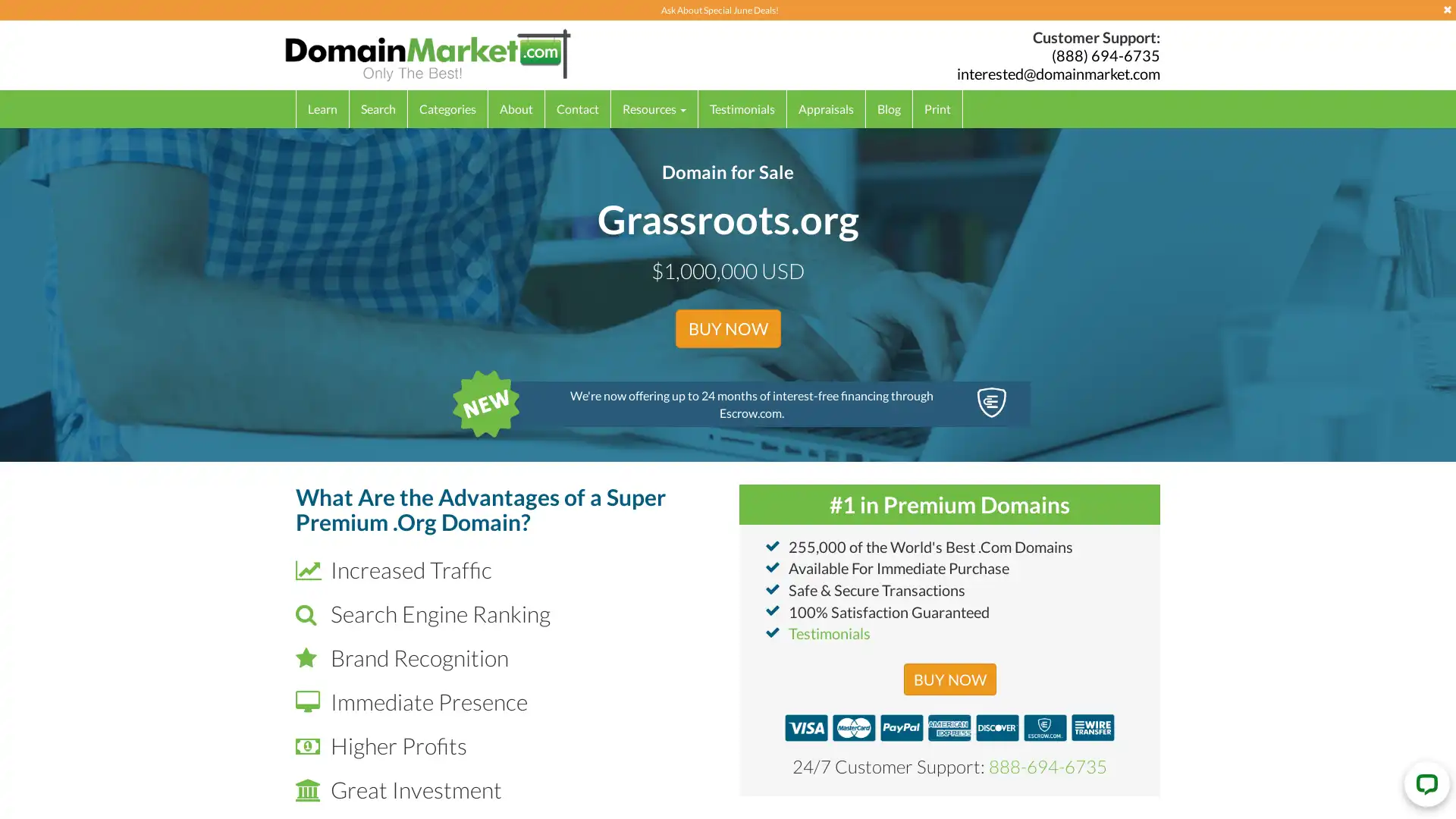 This screenshot has width=1456, height=819. What do you see at coordinates (654, 108) in the screenshot?
I see `Resources` at bounding box center [654, 108].